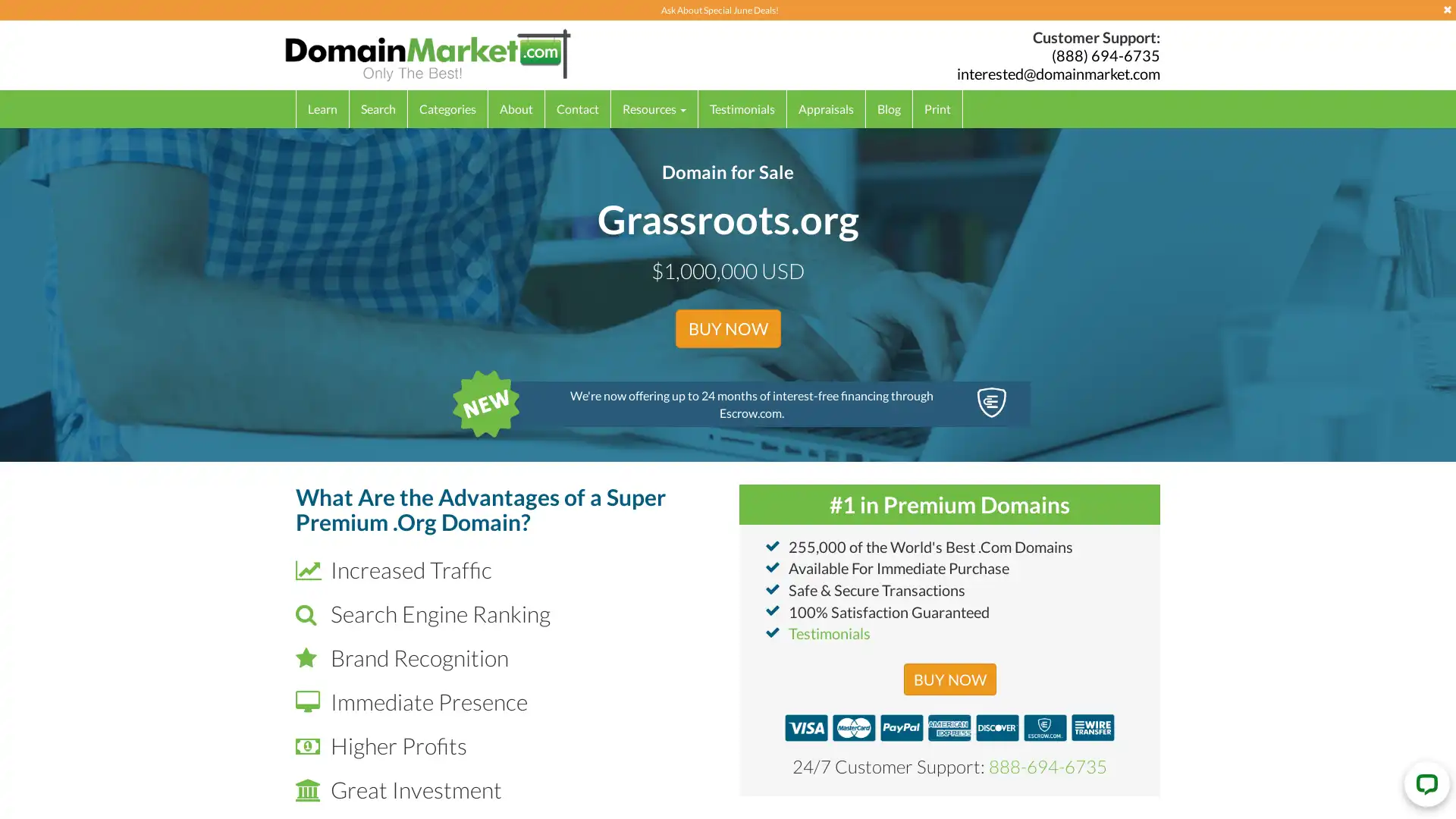 This screenshot has width=1456, height=819. What do you see at coordinates (654, 108) in the screenshot?
I see `Resources` at bounding box center [654, 108].